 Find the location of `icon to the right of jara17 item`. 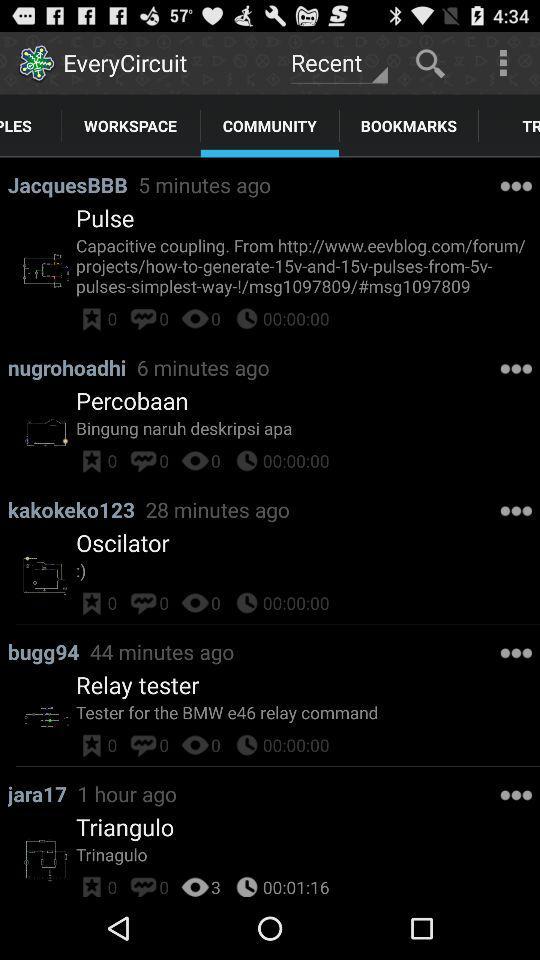

icon to the right of jara17 item is located at coordinates (127, 793).